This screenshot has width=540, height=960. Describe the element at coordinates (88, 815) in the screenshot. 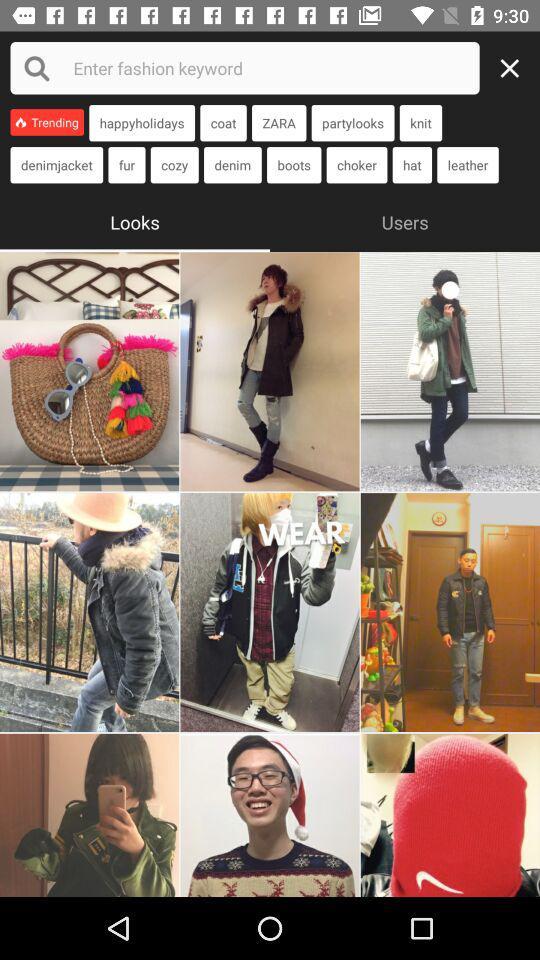

I see `look at the image` at that location.